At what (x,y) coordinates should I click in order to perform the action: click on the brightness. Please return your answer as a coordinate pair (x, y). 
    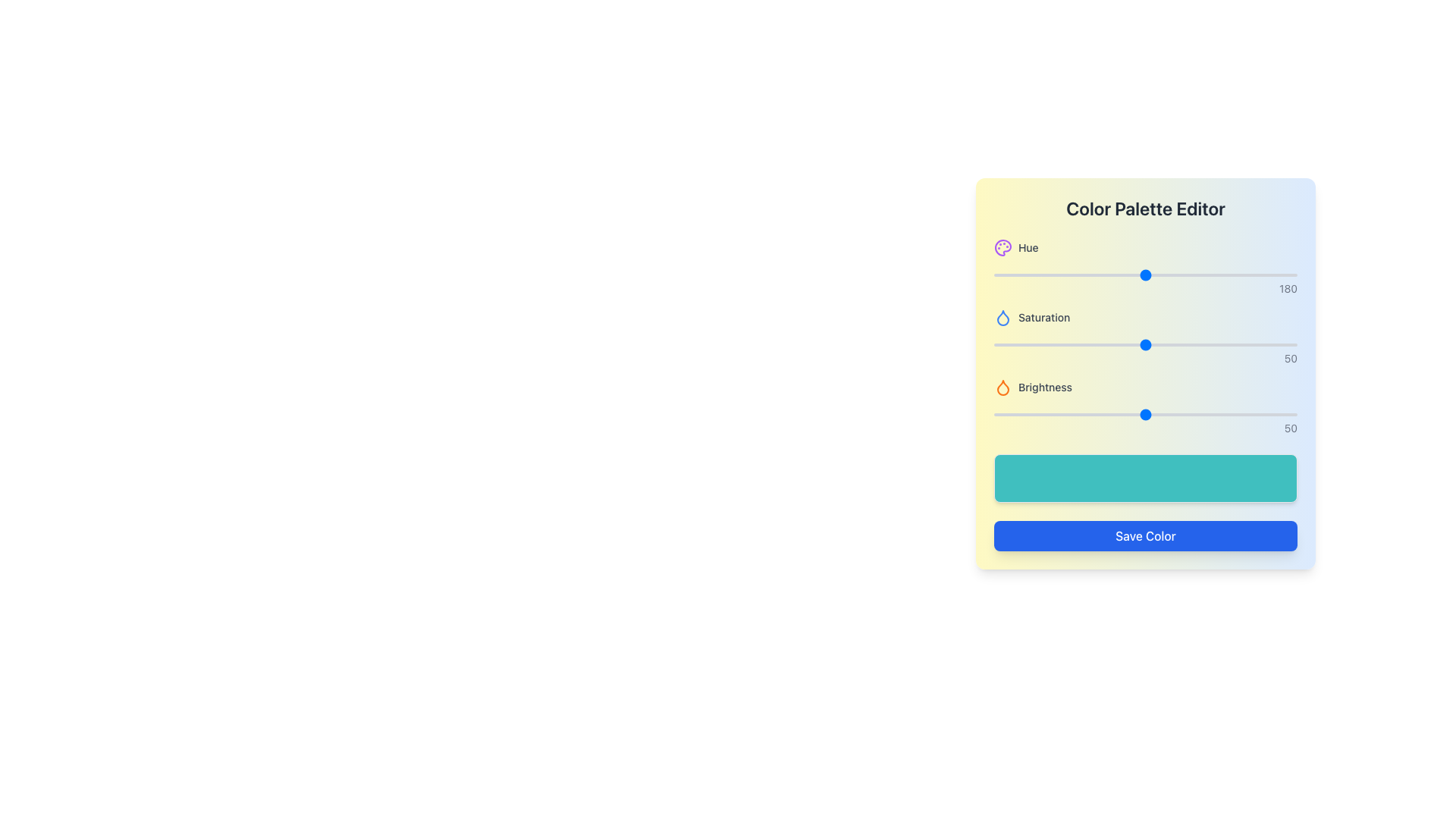
    Looking at the image, I should click on (1208, 415).